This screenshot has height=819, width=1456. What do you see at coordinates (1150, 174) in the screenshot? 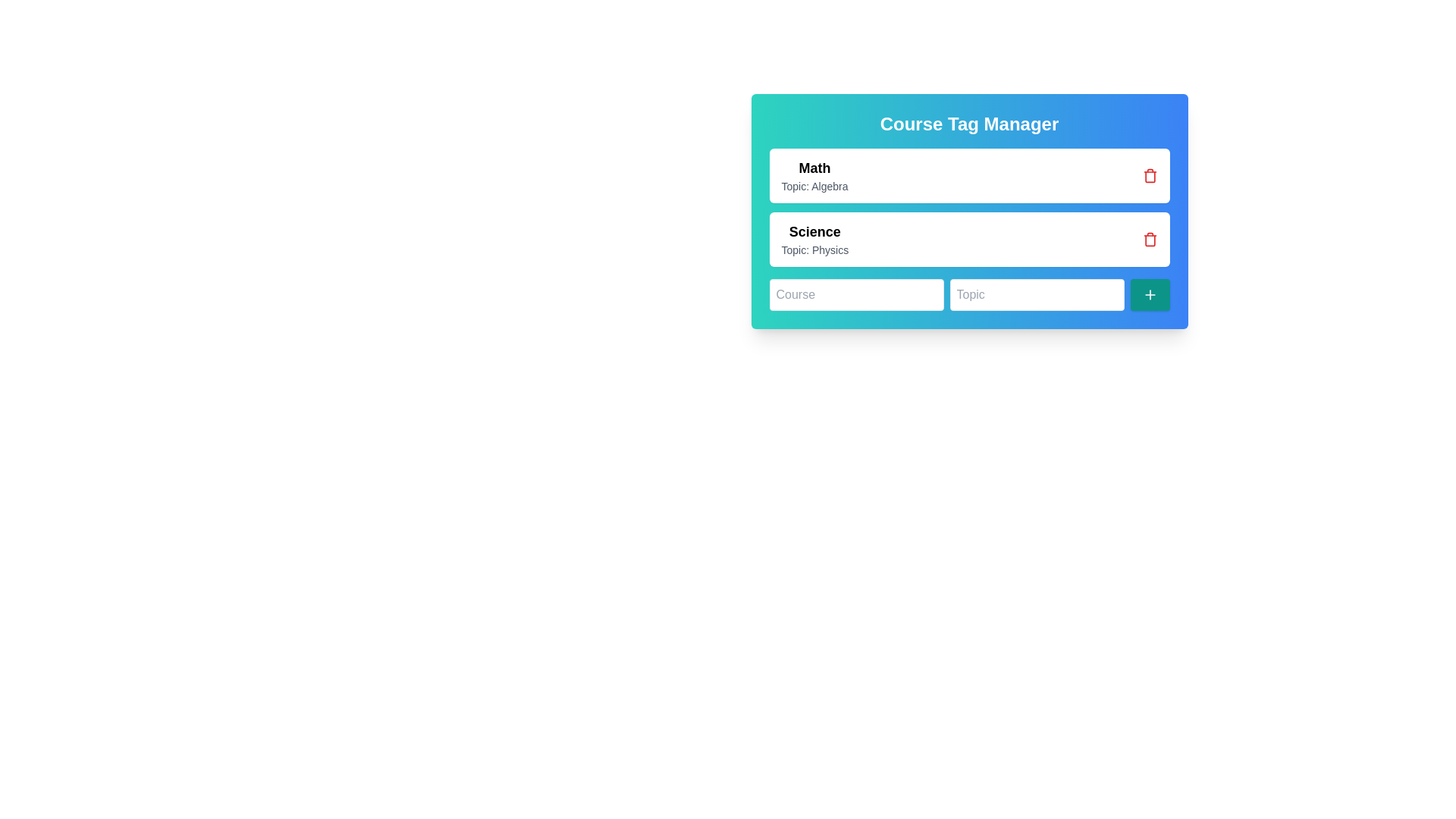
I see `the delete icon button located in the top-right corner of the 'Math Topic: Algebra' panel` at bounding box center [1150, 174].